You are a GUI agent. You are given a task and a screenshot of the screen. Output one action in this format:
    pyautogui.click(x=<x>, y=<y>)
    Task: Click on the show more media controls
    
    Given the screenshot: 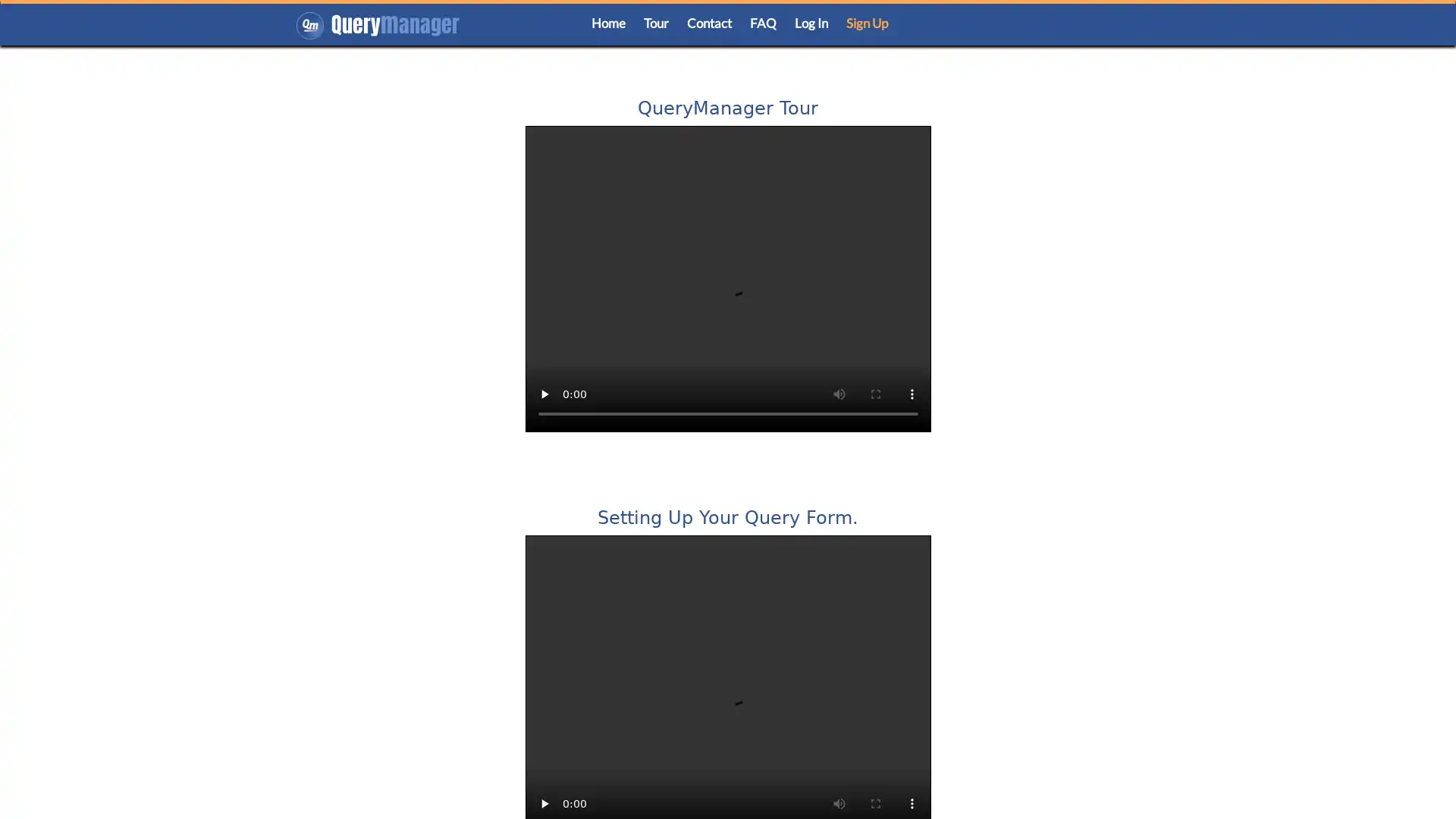 What is the action you would take?
    pyautogui.click(x=910, y=394)
    